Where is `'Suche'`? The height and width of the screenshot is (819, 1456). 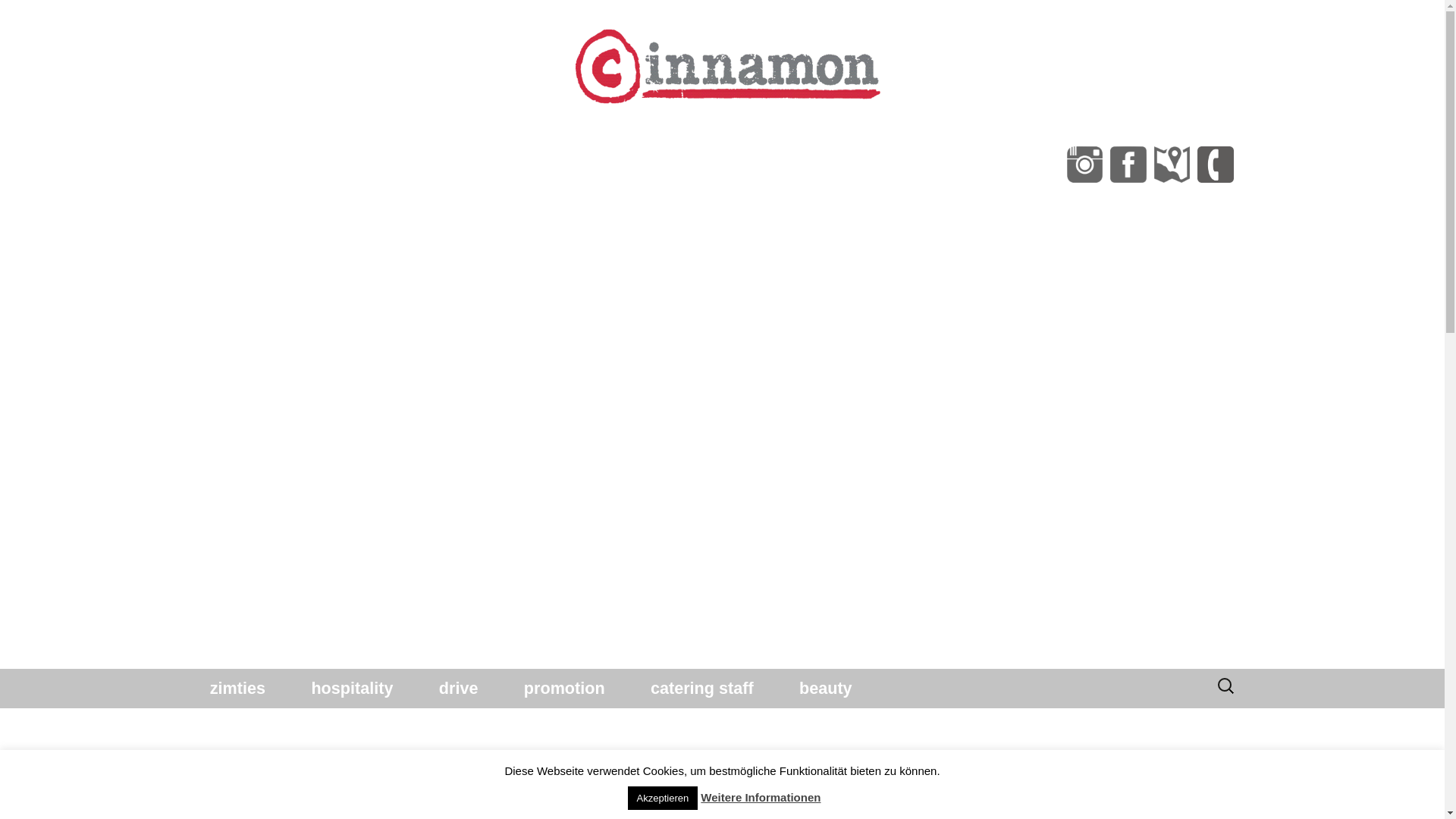 'Suche' is located at coordinates (18, 23).